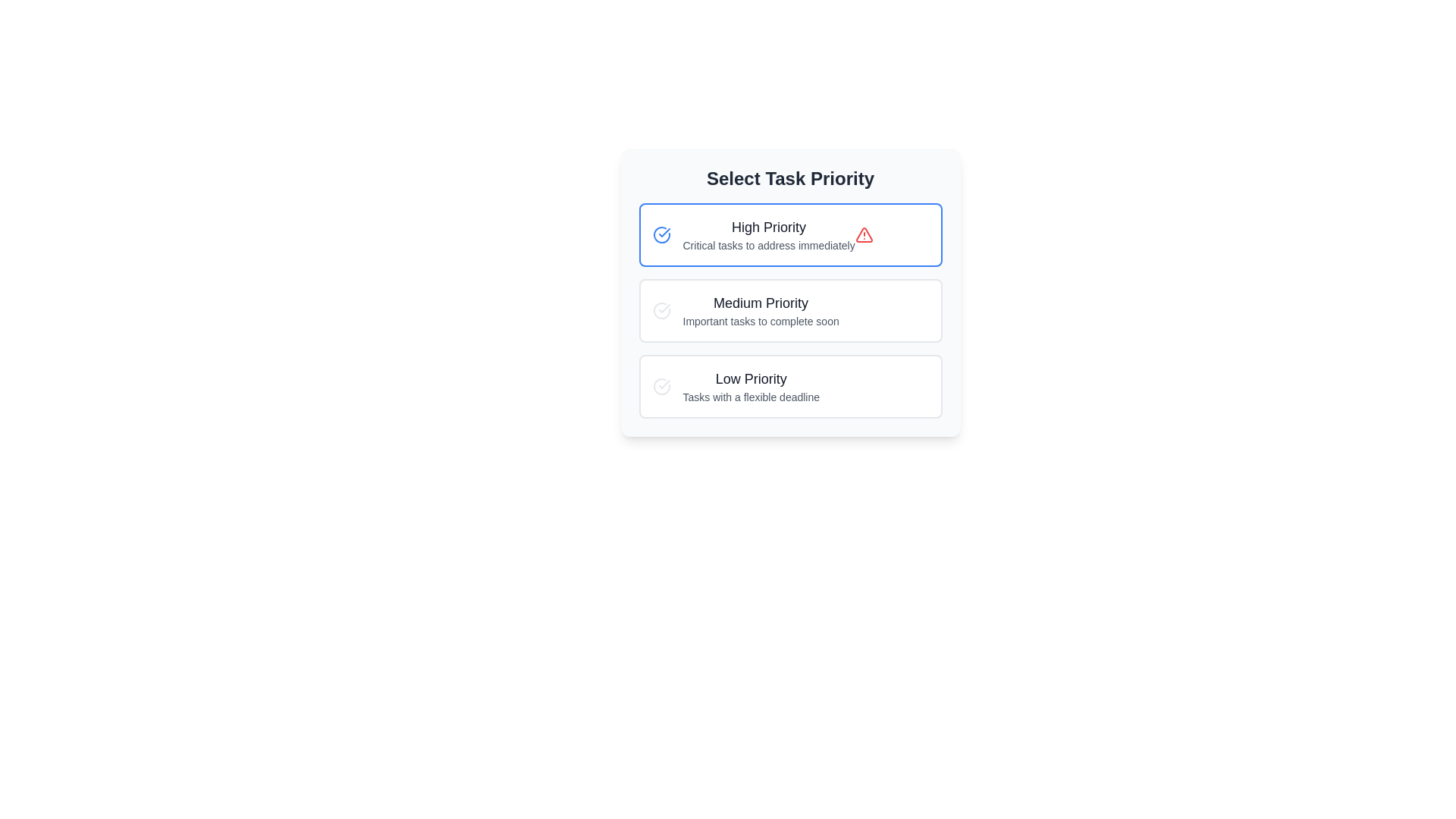 This screenshot has height=819, width=1456. I want to click on the static text label element that reads 'Important tasks to complete soon', positioned below the 'Medium Priority' title within its card, so click(761, 321).